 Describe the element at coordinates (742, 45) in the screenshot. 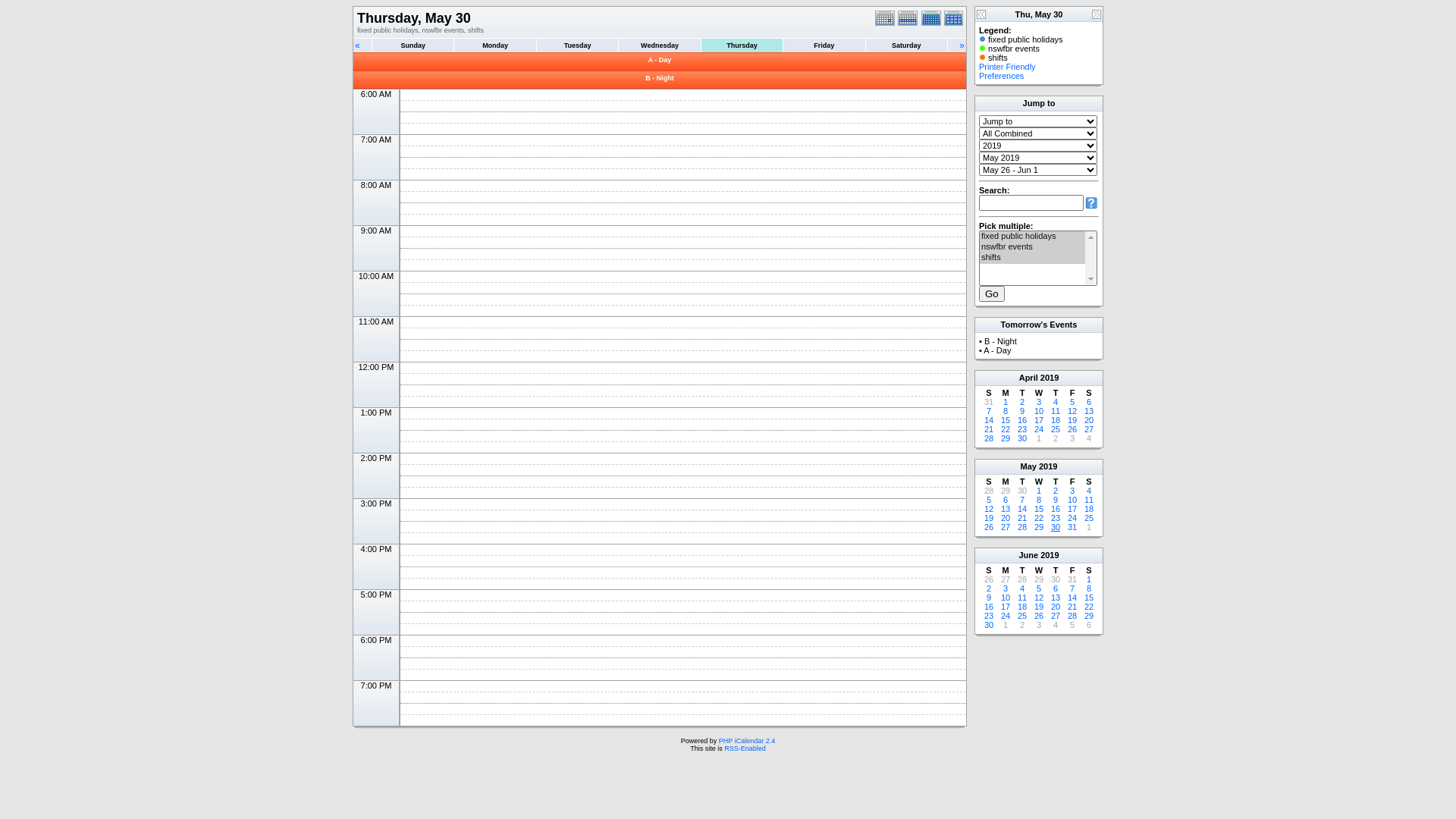

I see `'Thursday'` at that location.